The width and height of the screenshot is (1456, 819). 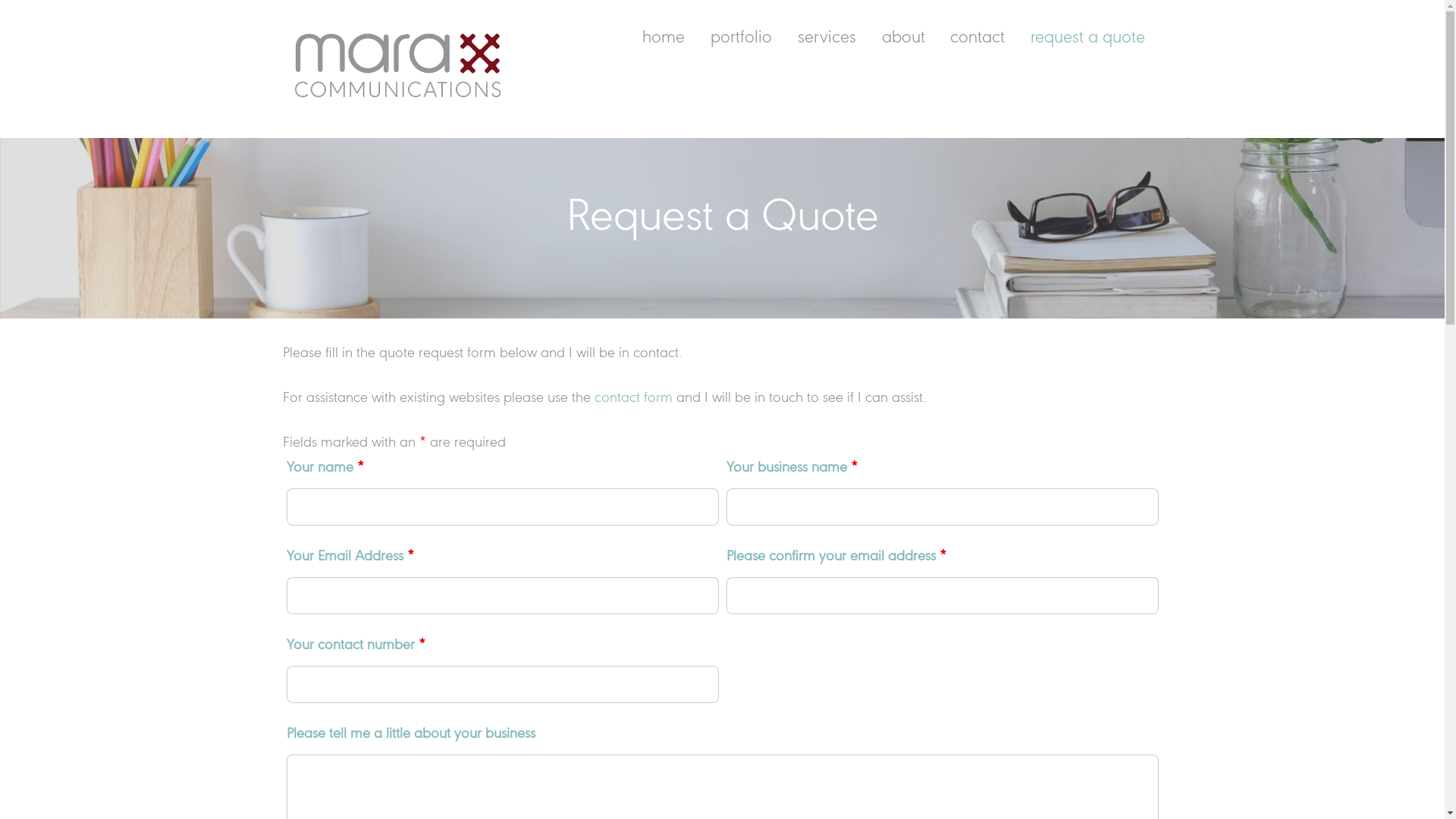 I want to click on 'services', so click(x=825, y=37).